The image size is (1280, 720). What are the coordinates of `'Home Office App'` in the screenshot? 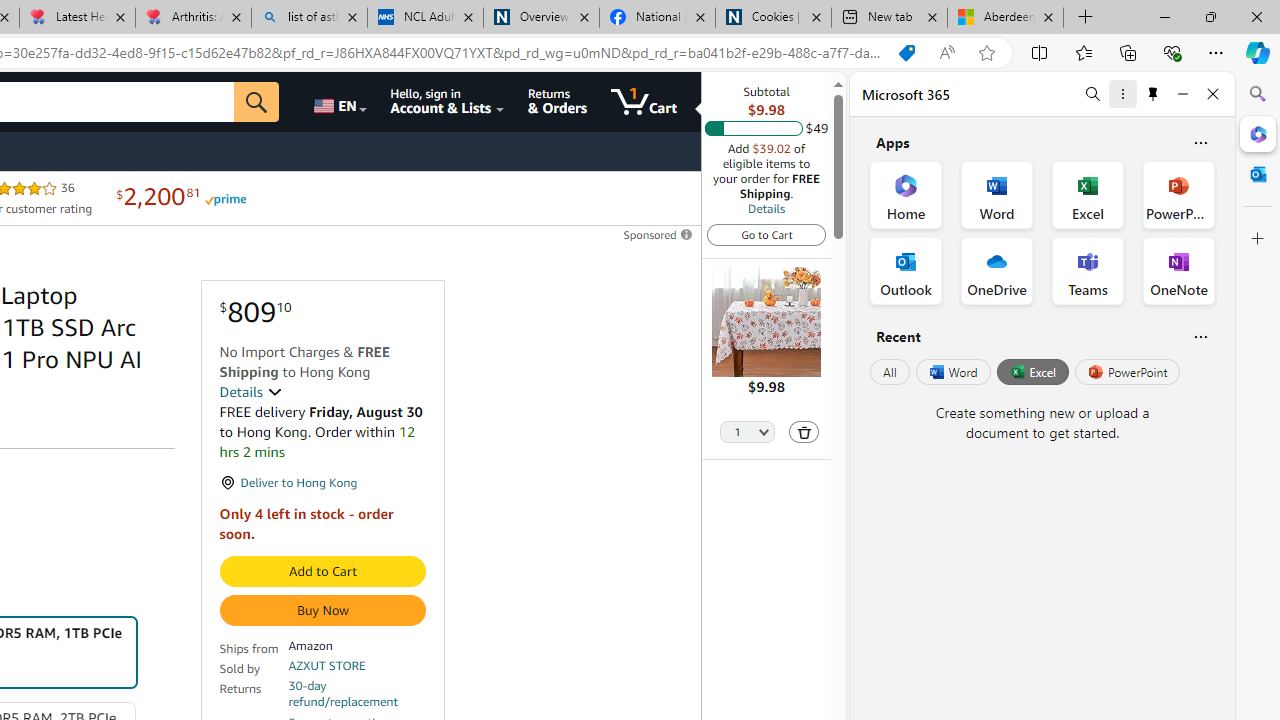 It's located at (905, 195).